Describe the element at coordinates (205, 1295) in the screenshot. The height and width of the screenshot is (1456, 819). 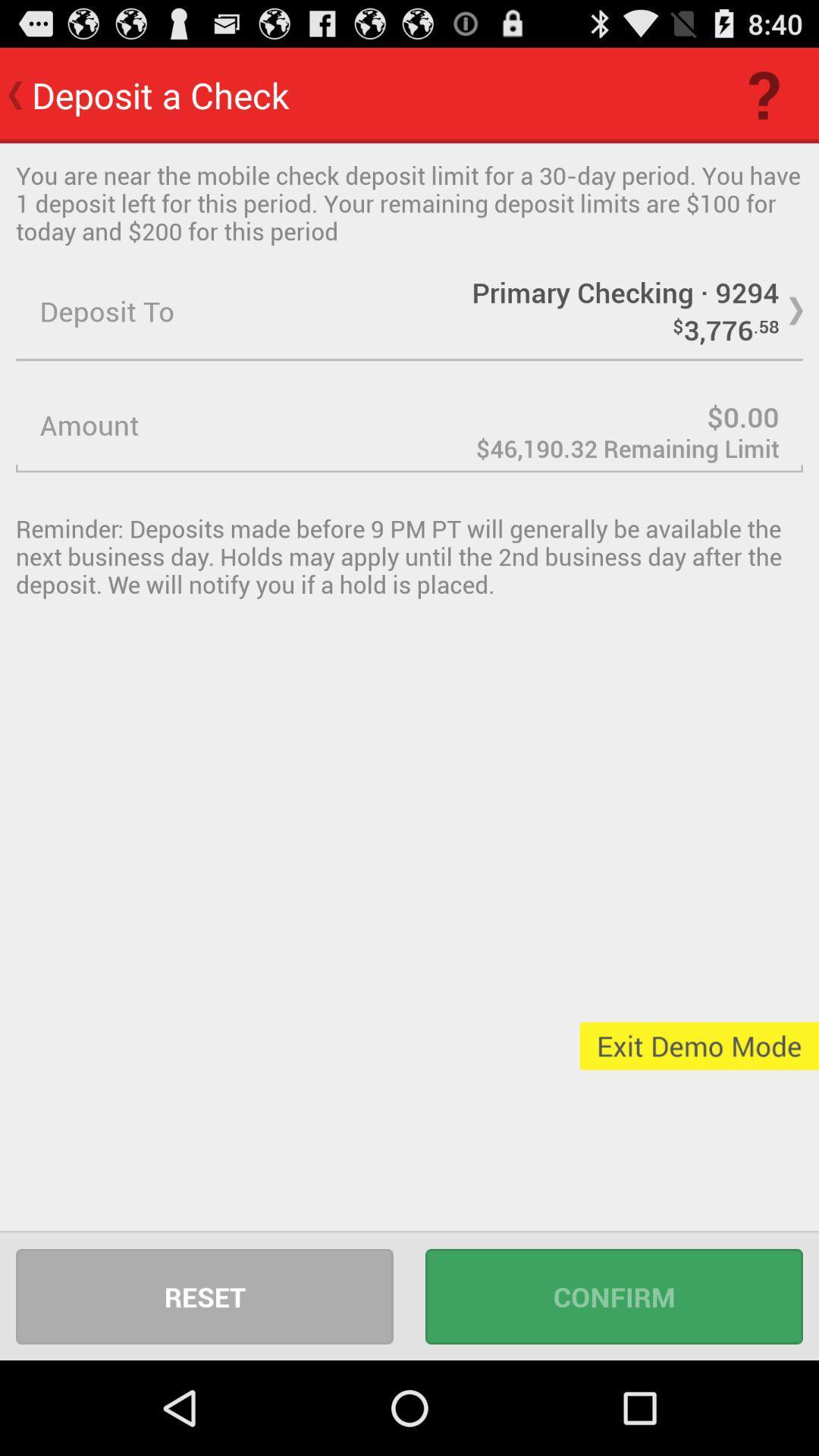
I see `item at the bottom left corner` at that location.